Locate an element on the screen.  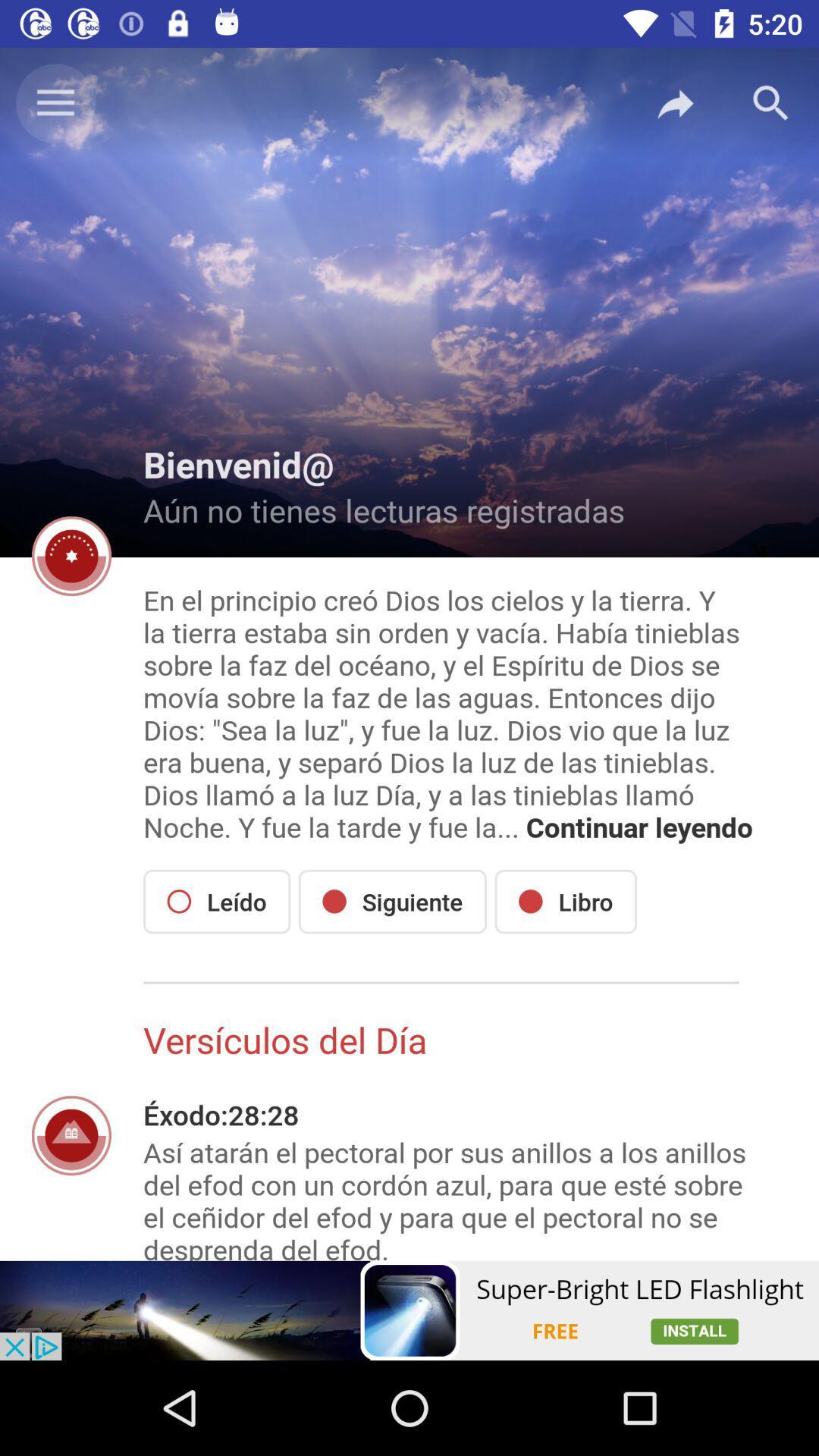
icon next to the libro is located at coordinates (391, 902).